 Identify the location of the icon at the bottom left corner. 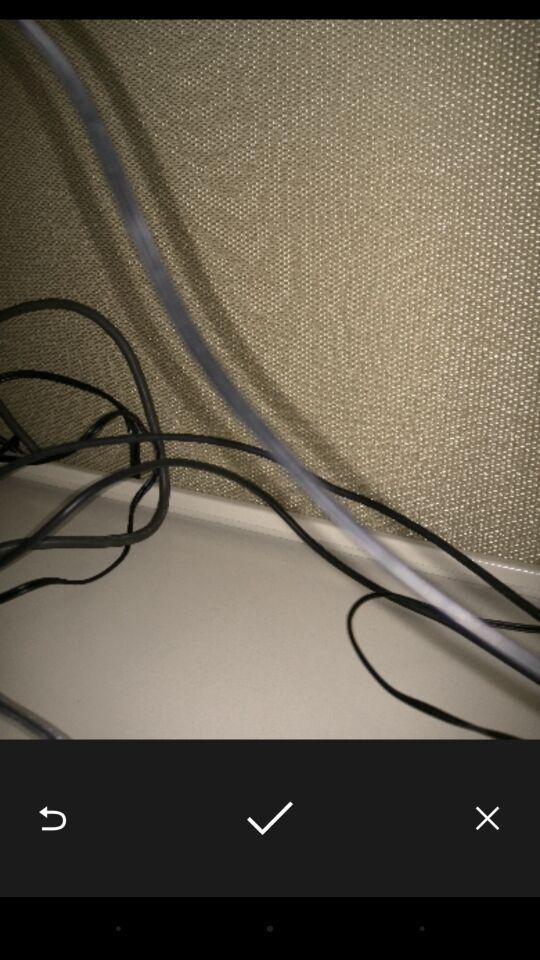
(52, 818).